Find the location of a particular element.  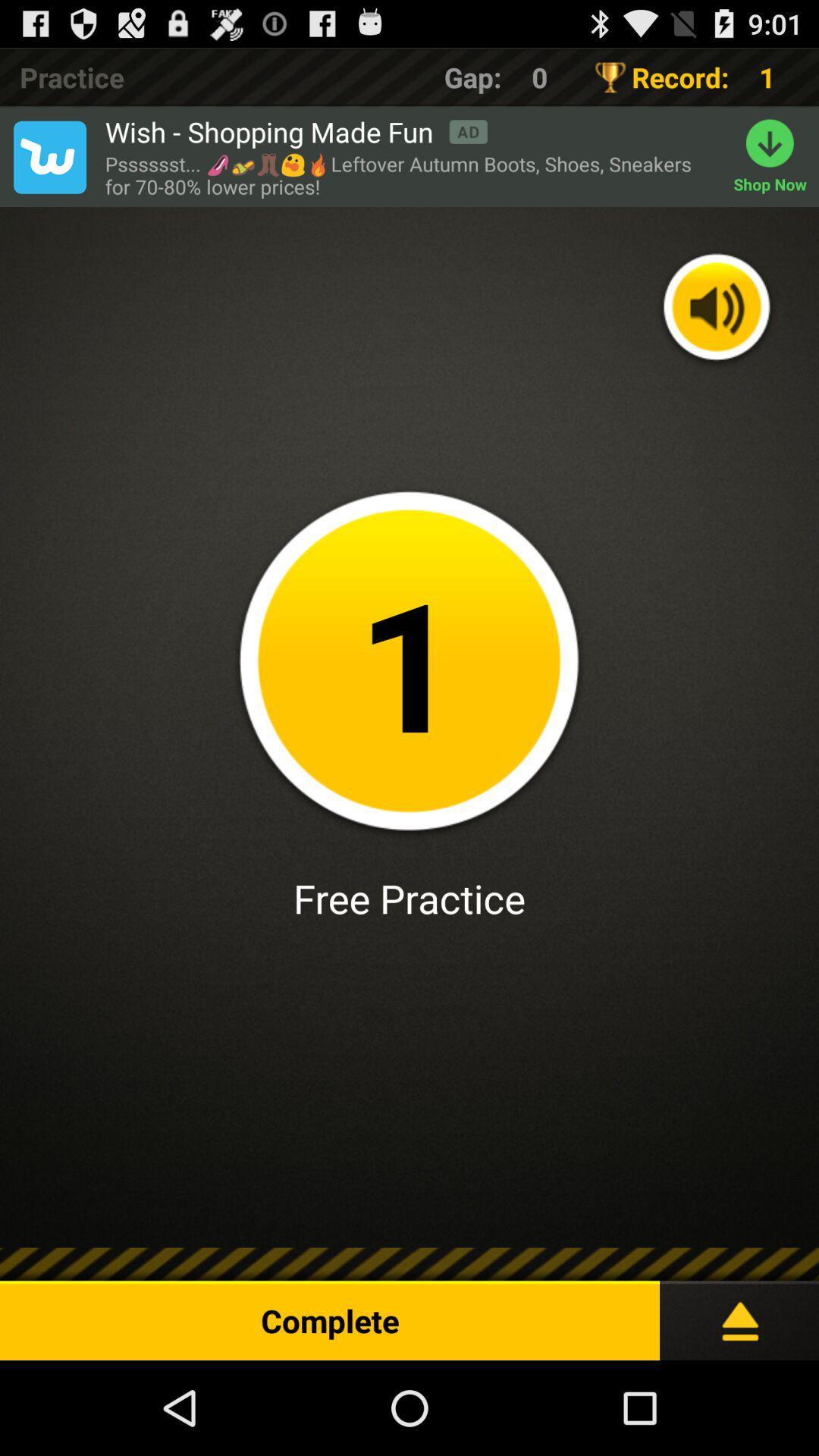

the twitter icon is located at coordinates (49, 168).